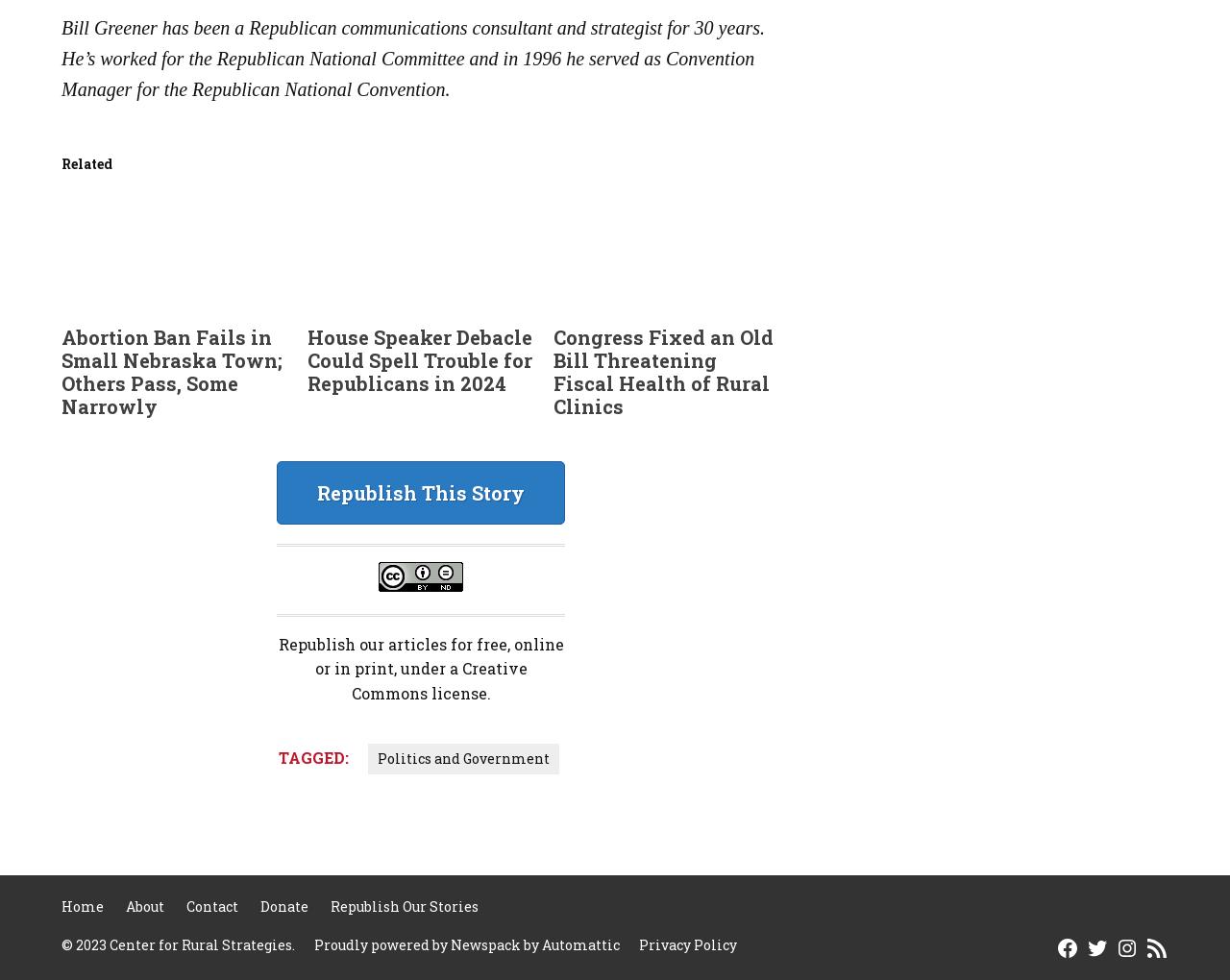 Image resolution: width=1230 pixels, height=980 pixels. What do you see at coordinates (688, 944) in the screenshot?
I see `'Privacy Policy'` at bounding box center [688, 944].